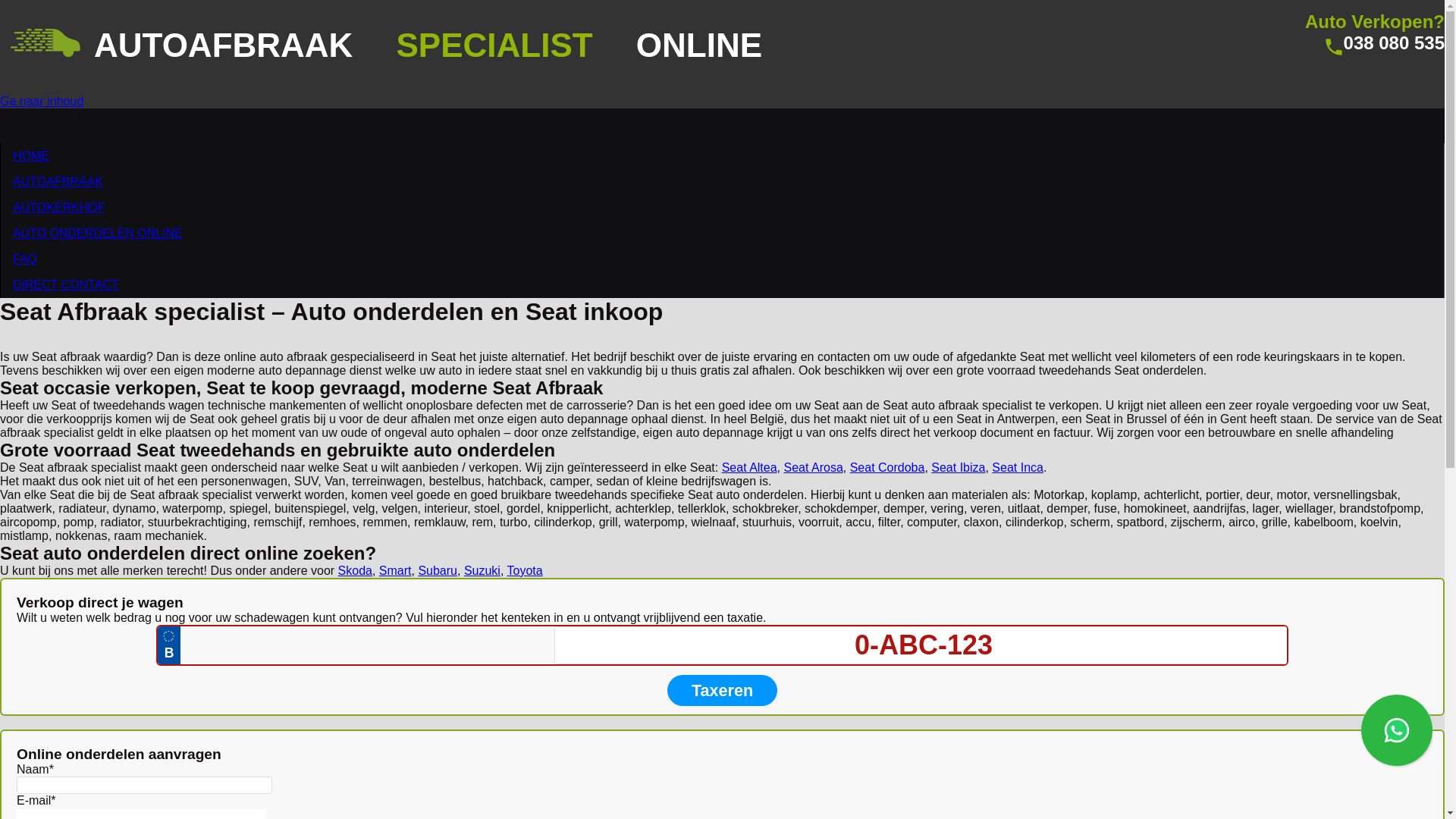  What do you see at coordinates (481, 570) in the screenshot?
I see `'Suzuki'` at bounding box center [481, 570].